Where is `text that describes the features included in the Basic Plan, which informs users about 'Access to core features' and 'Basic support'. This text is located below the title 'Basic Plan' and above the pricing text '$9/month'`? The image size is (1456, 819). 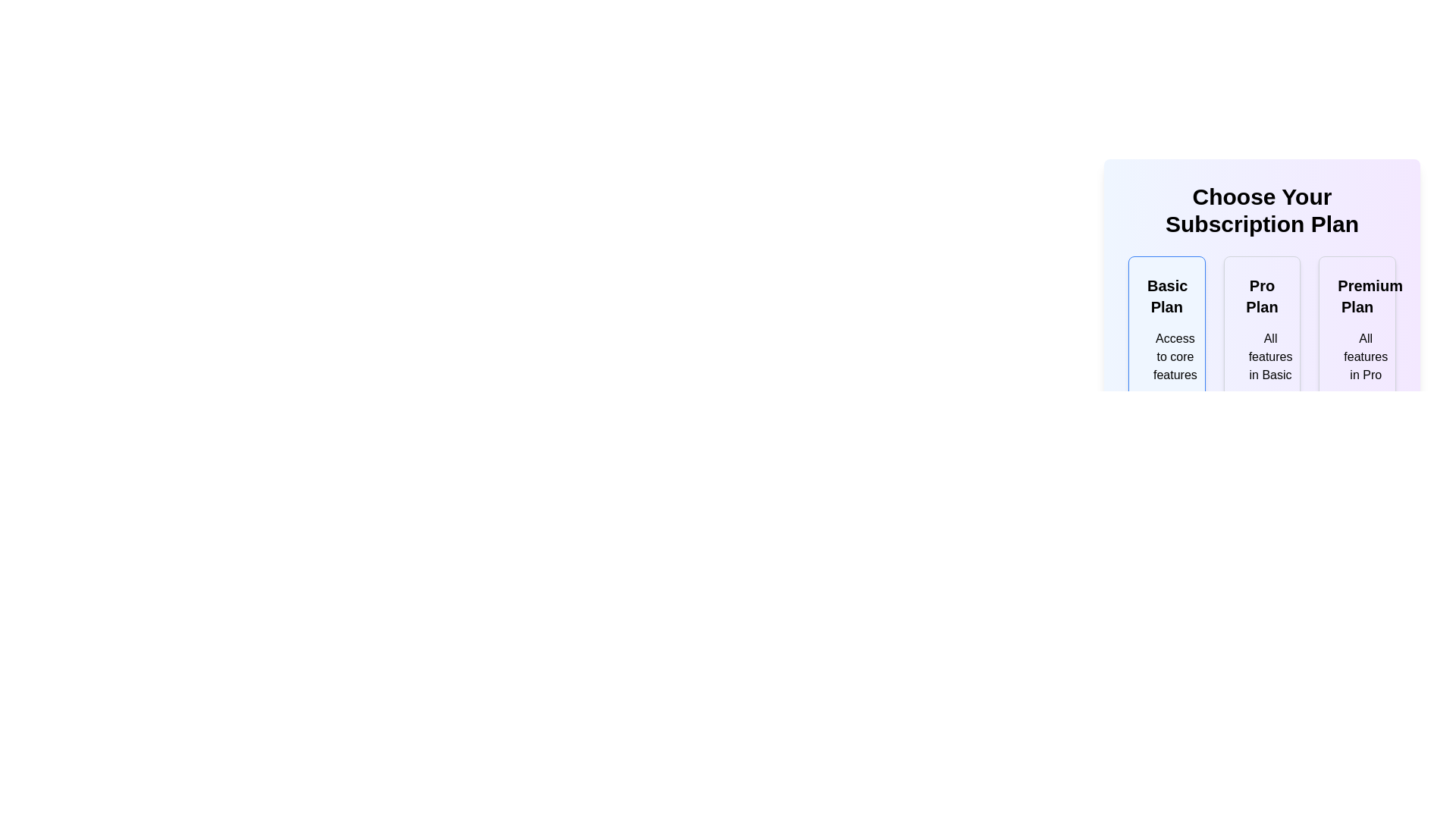
text that describes the features included in the Basic Plan, which informs users about 'Access to core features' and 'Basic support'. This text is located below the title 'Basic Plan' and above the pricing text '$9/month' is located at coordinates (1166, 377).